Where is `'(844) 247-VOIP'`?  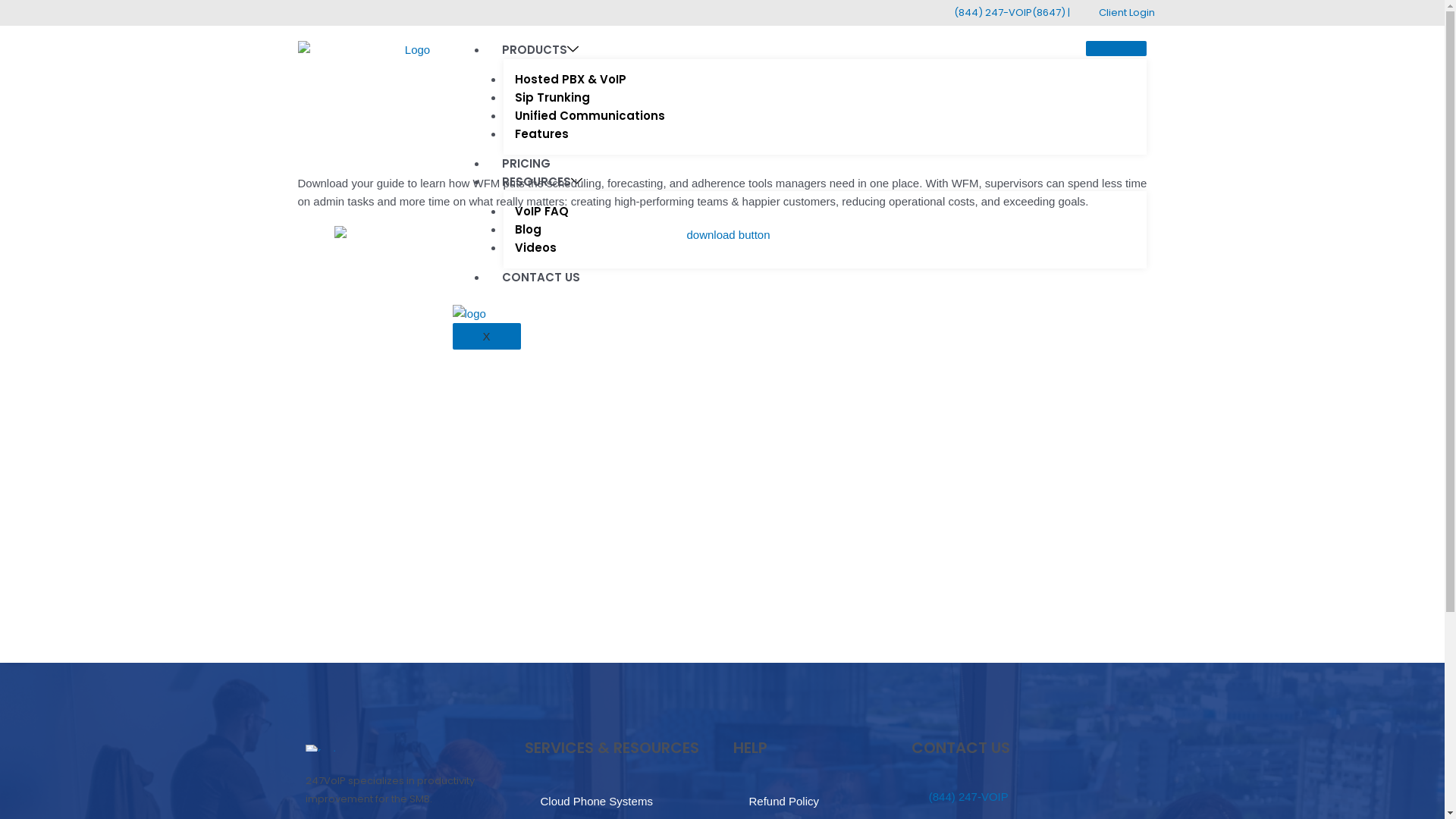 '(844) 247-VOIP' is located at coordinates (910, 795).